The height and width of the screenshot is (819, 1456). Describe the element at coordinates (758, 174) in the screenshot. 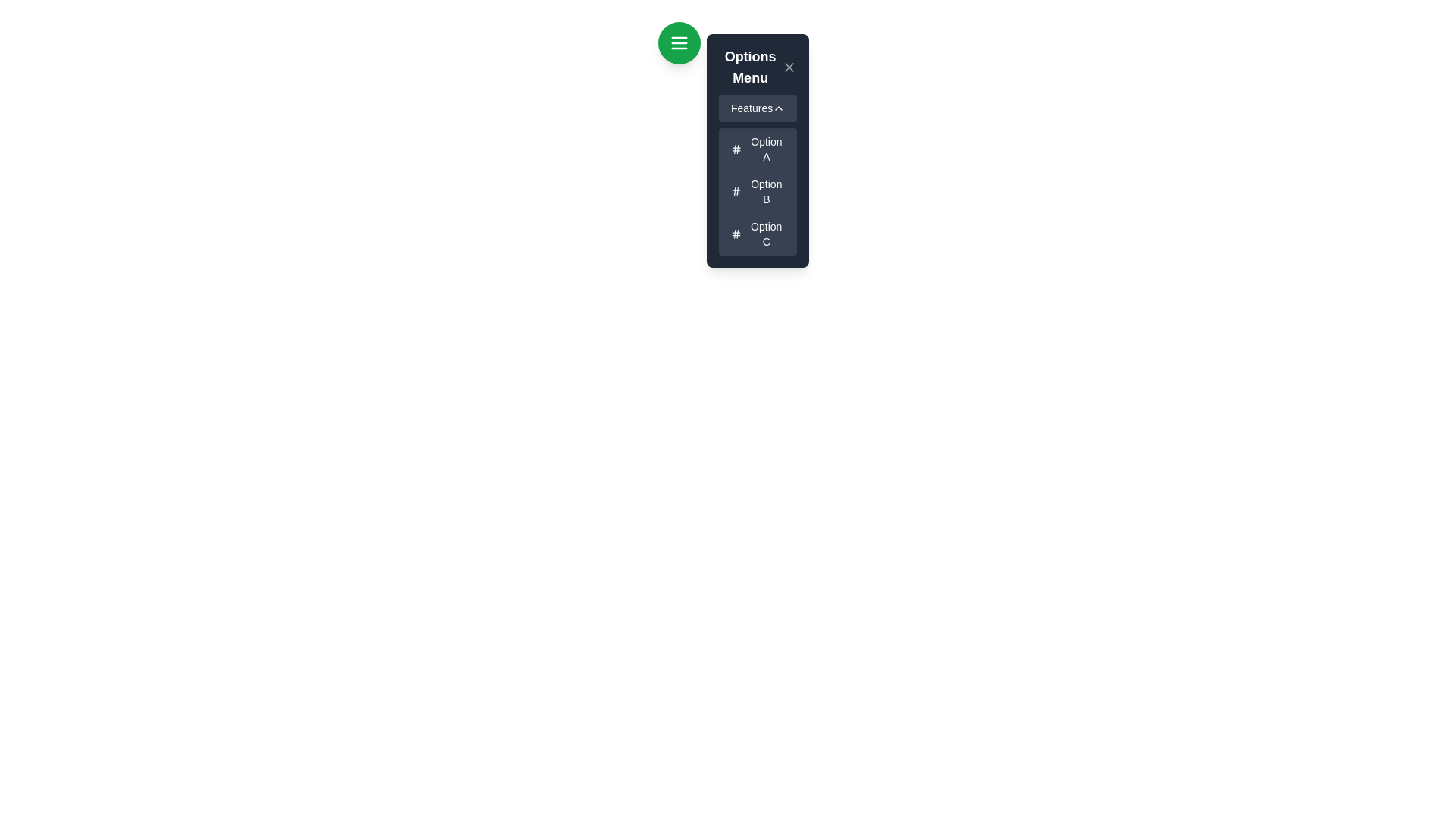

I see `the 'Features' dropdown menu option` at that location.